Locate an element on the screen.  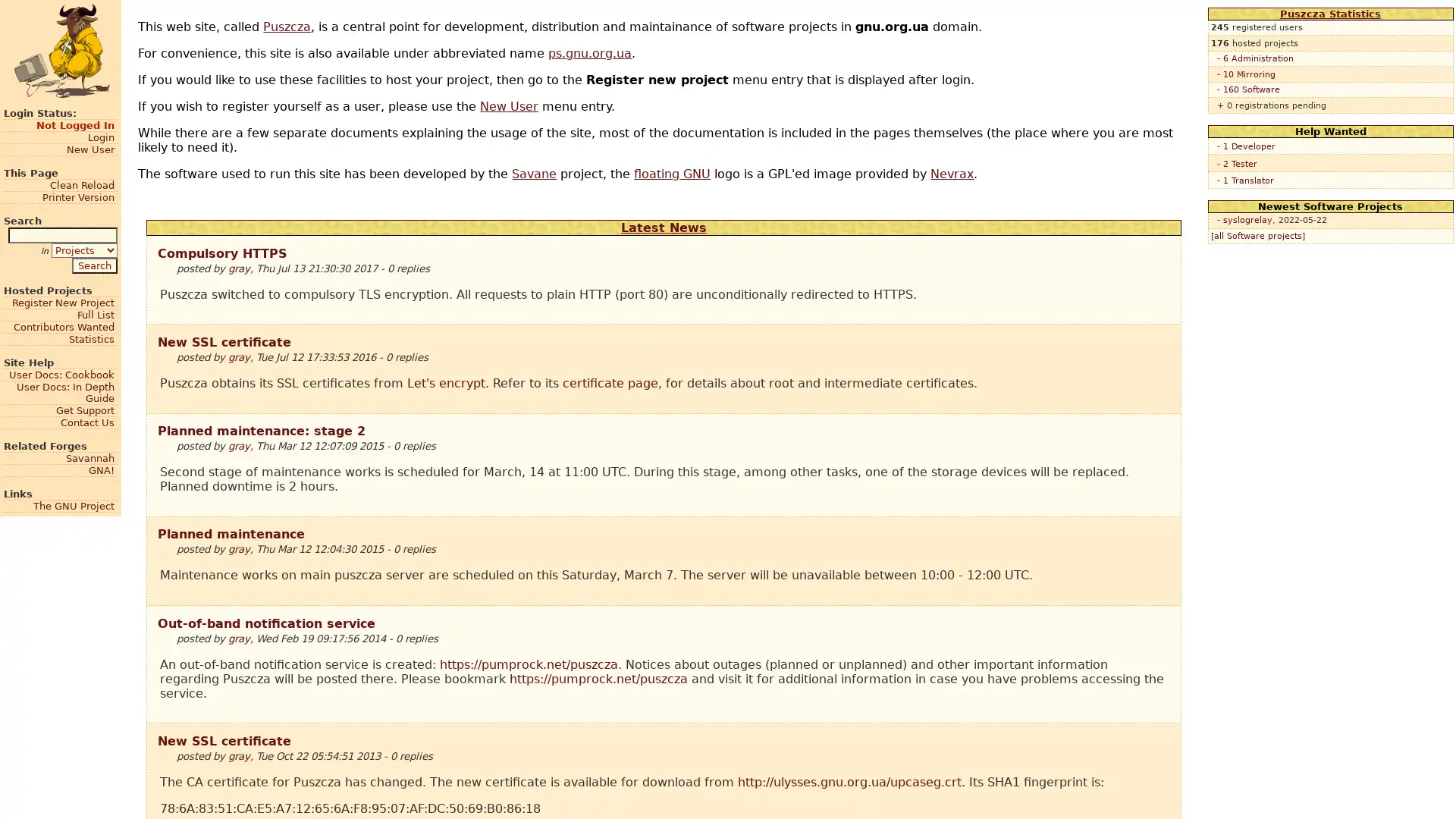
Search is located at coordinates (93, 264).